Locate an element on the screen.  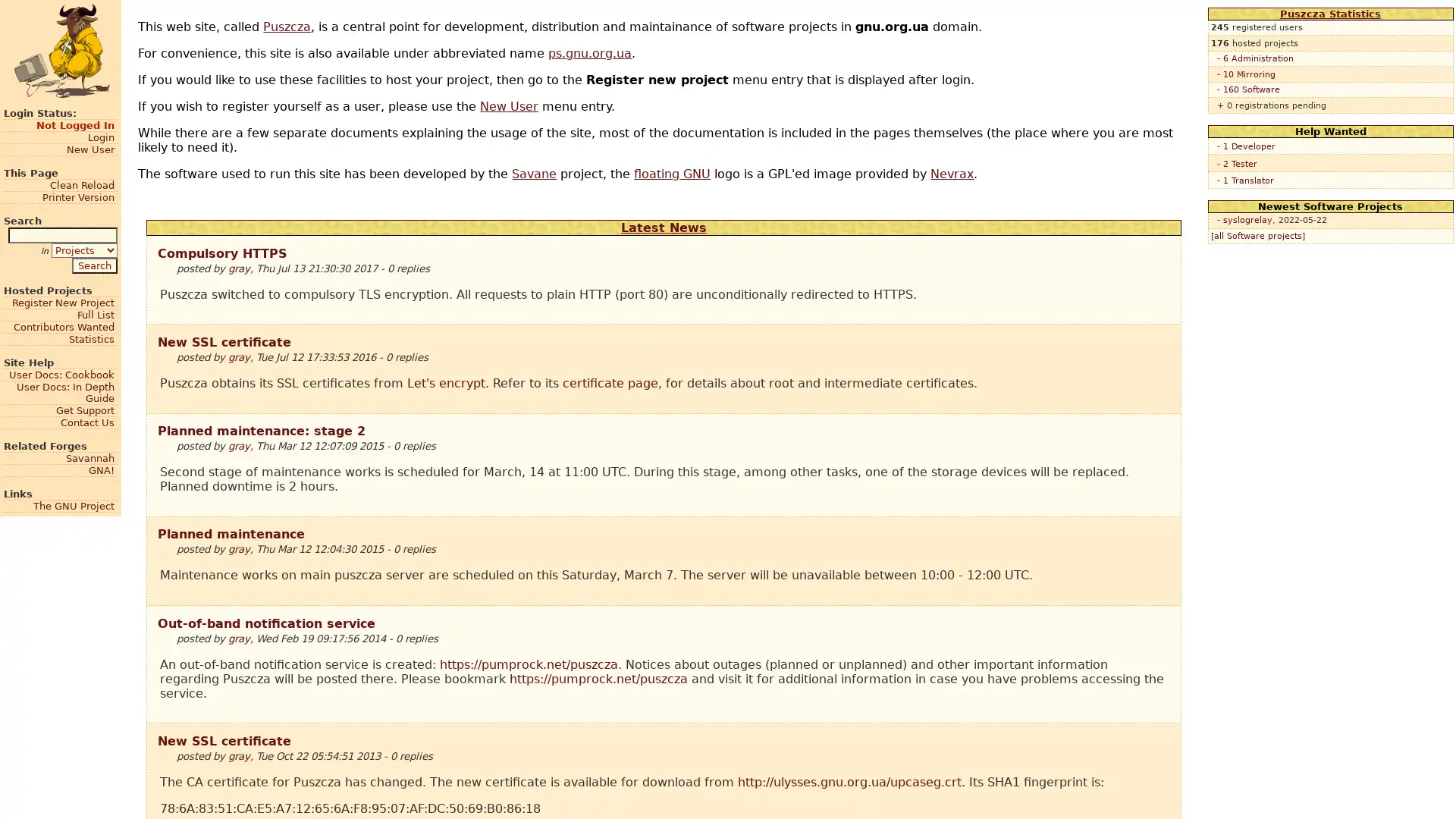
Search is located at coordinates (93, 264).